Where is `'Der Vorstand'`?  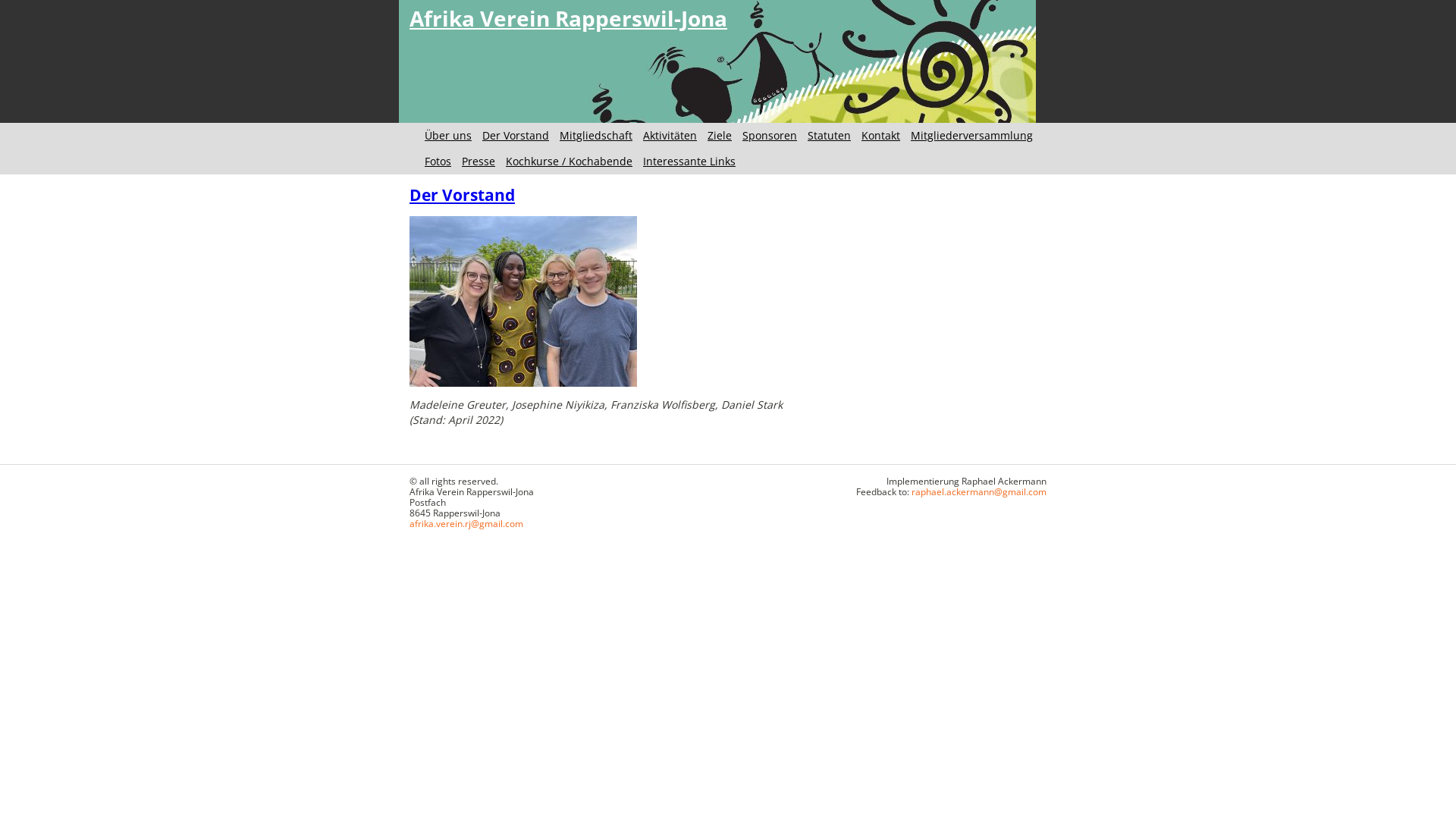 'Der Vorstand' is located at coordinates (409, 194).